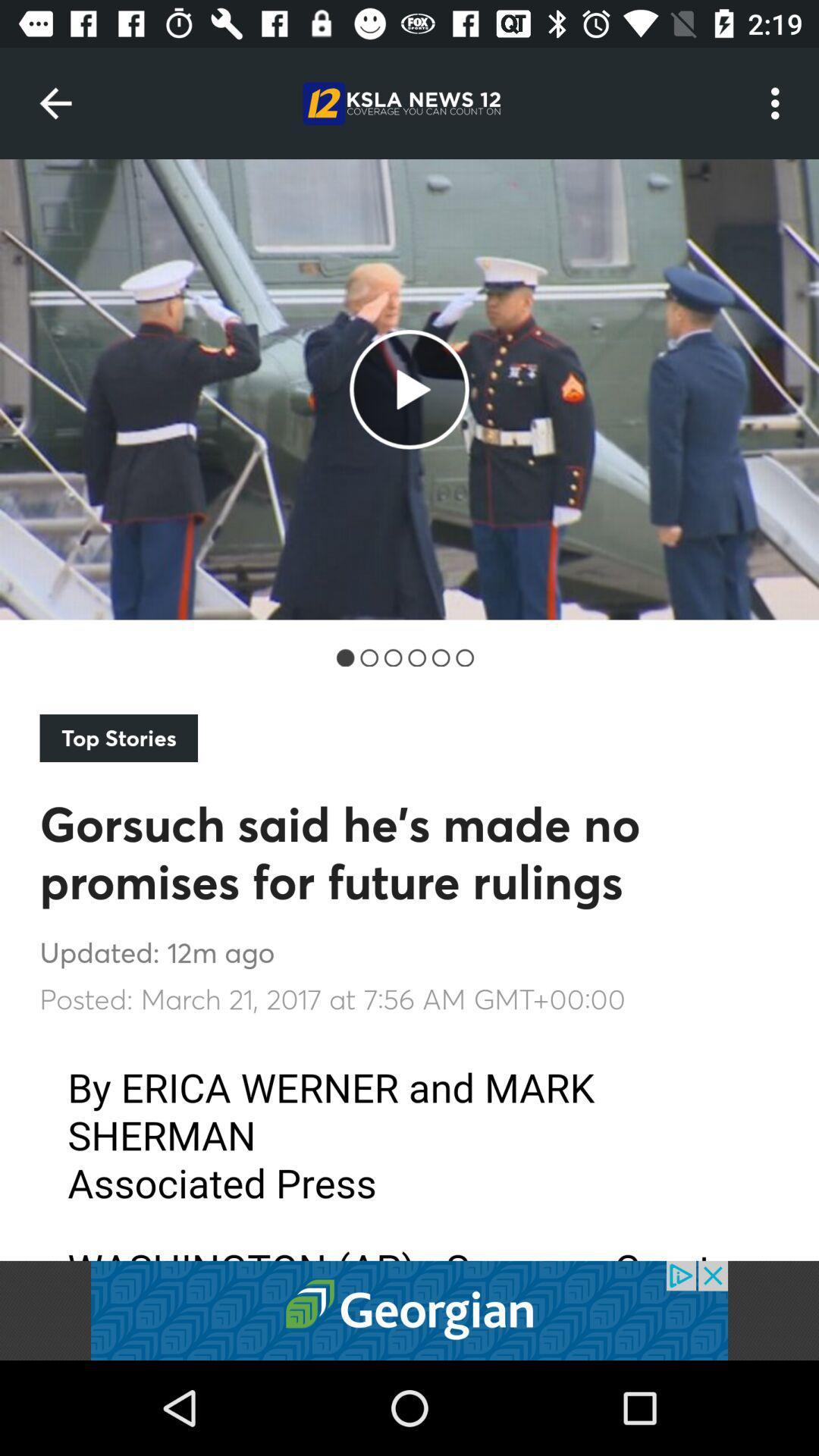 Image resolution: width=819 pixels, height=1456 pixels. Describe the element at coordinates (409, 1310) in the screenshot. I see `make advertisement` at that location.